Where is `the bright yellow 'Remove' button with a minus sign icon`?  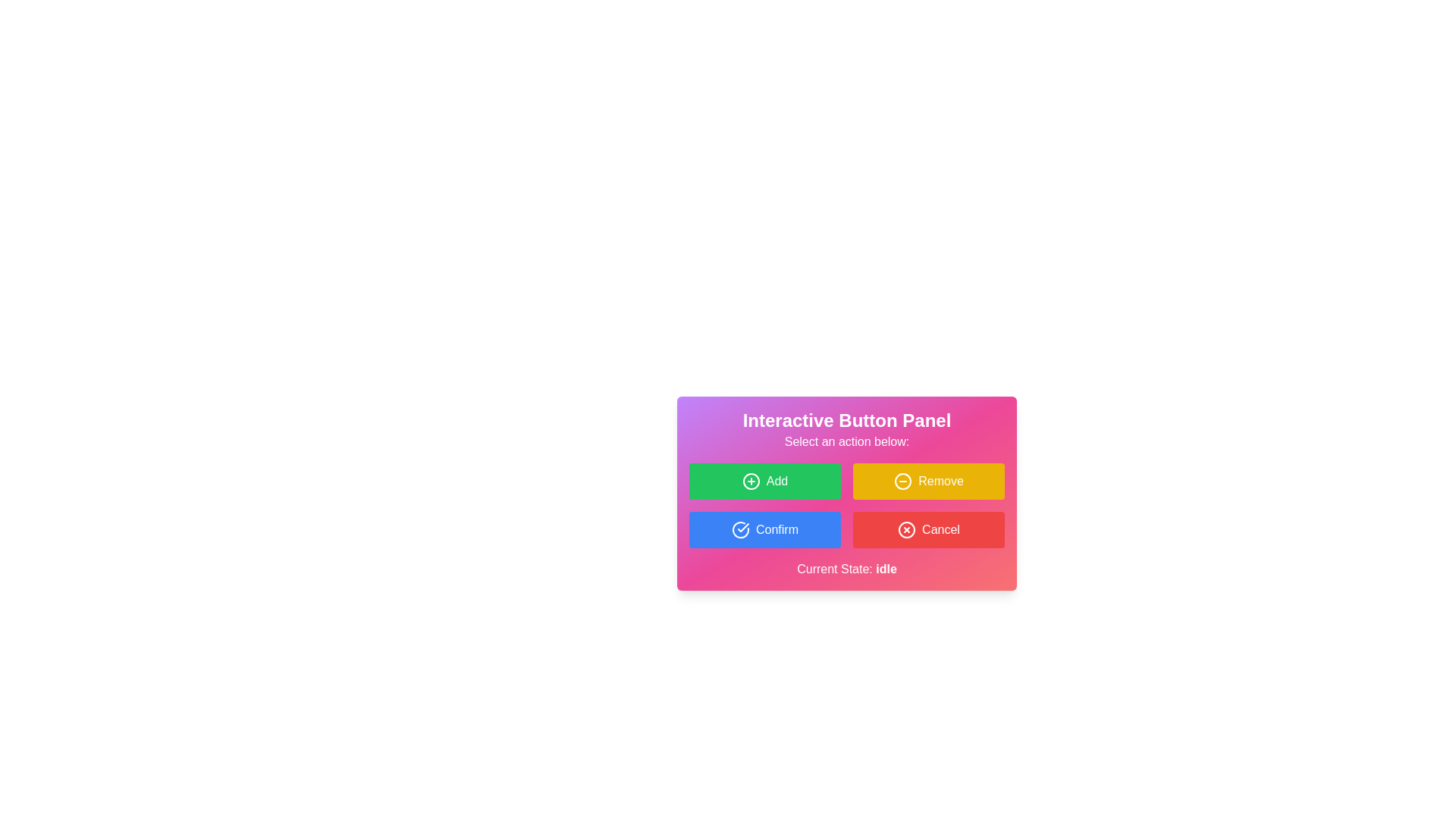
the bright yellow 'Remove' button with a minus sign icon is located at coordinates (927, 482).